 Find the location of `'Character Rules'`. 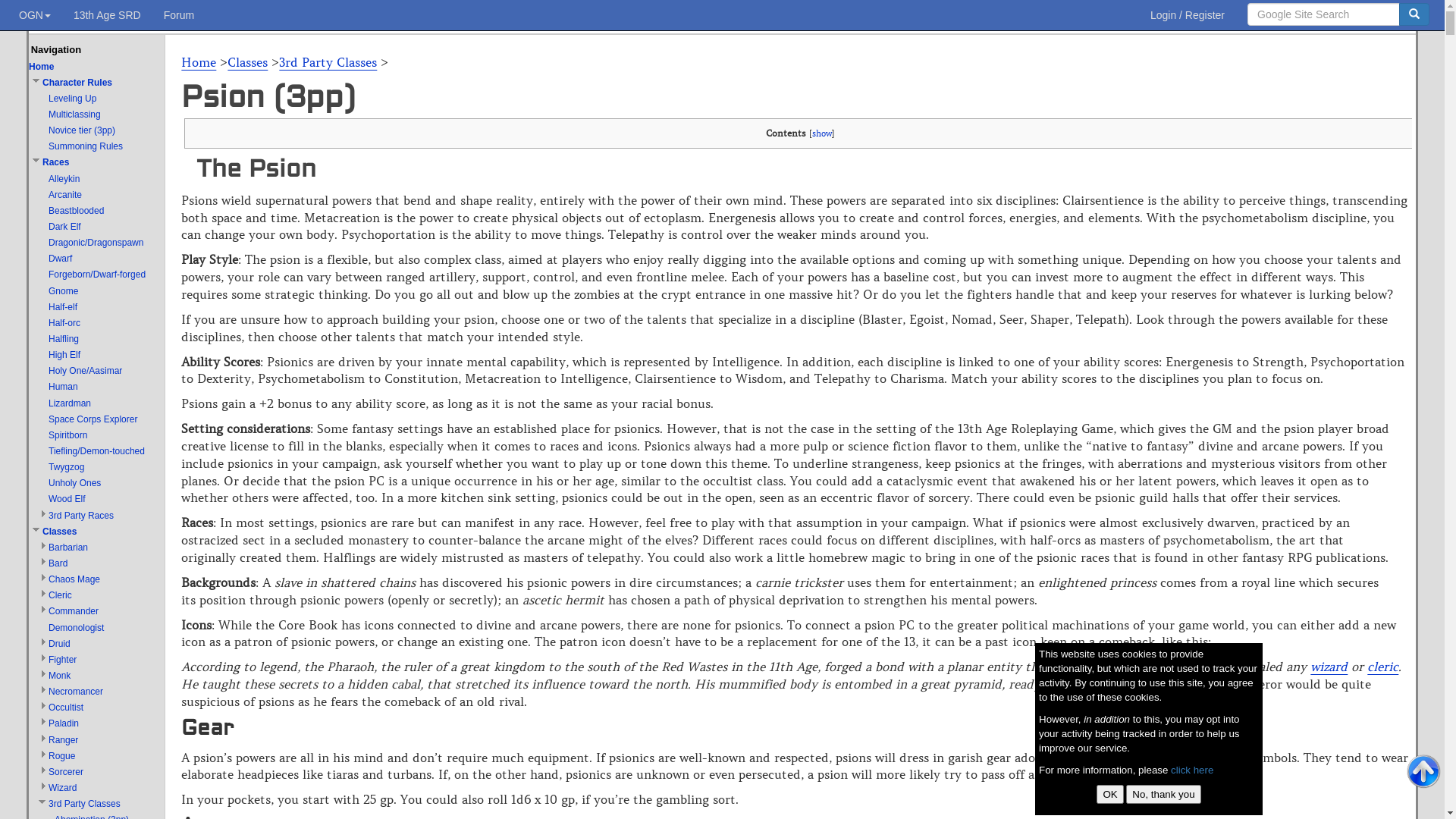

'Character Rules' is located at coordinates (76, 82).